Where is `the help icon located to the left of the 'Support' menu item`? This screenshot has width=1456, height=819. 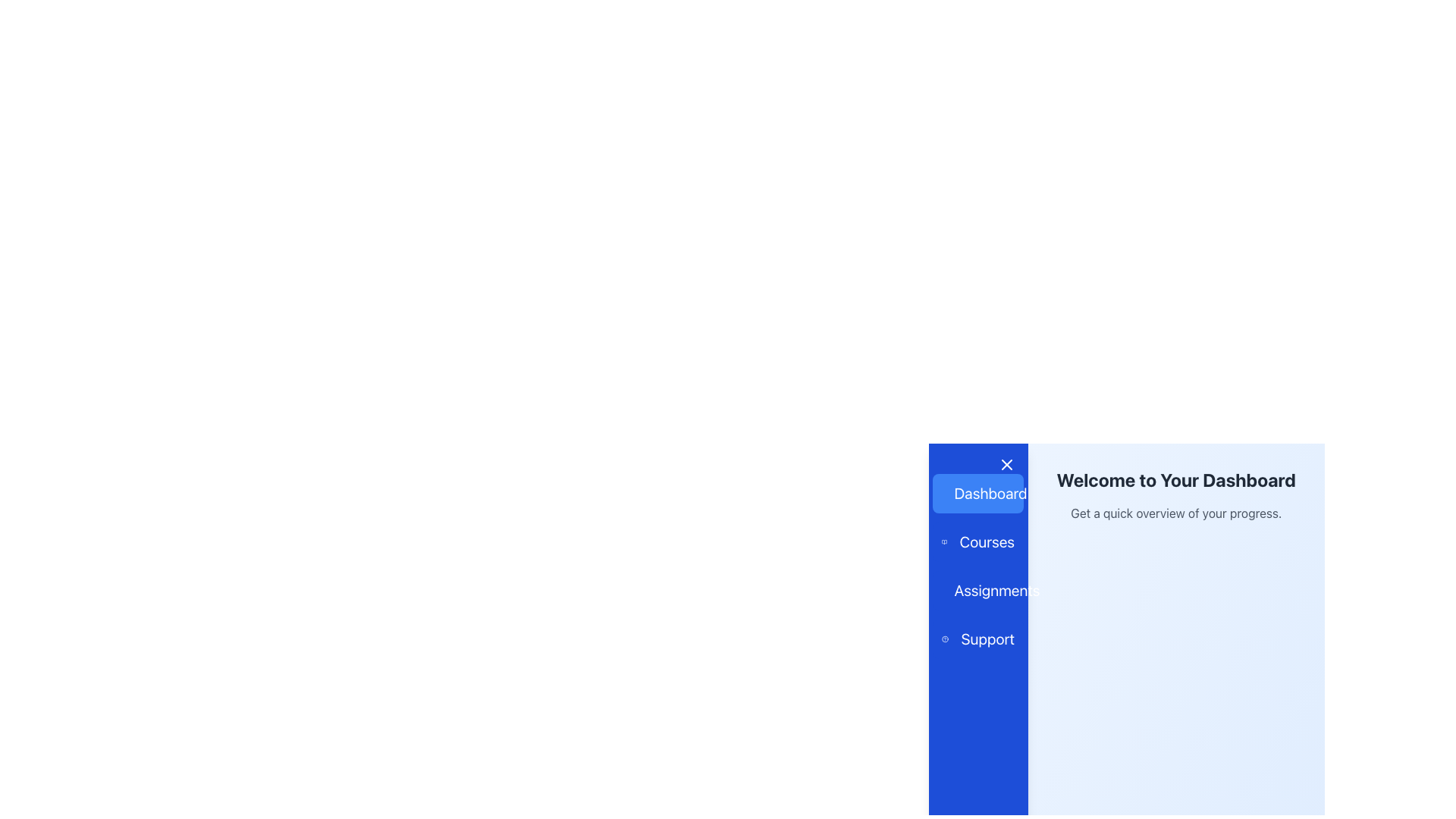
the help icon located to the left of the 'Support' menu item is located at coordinates (944, 639).